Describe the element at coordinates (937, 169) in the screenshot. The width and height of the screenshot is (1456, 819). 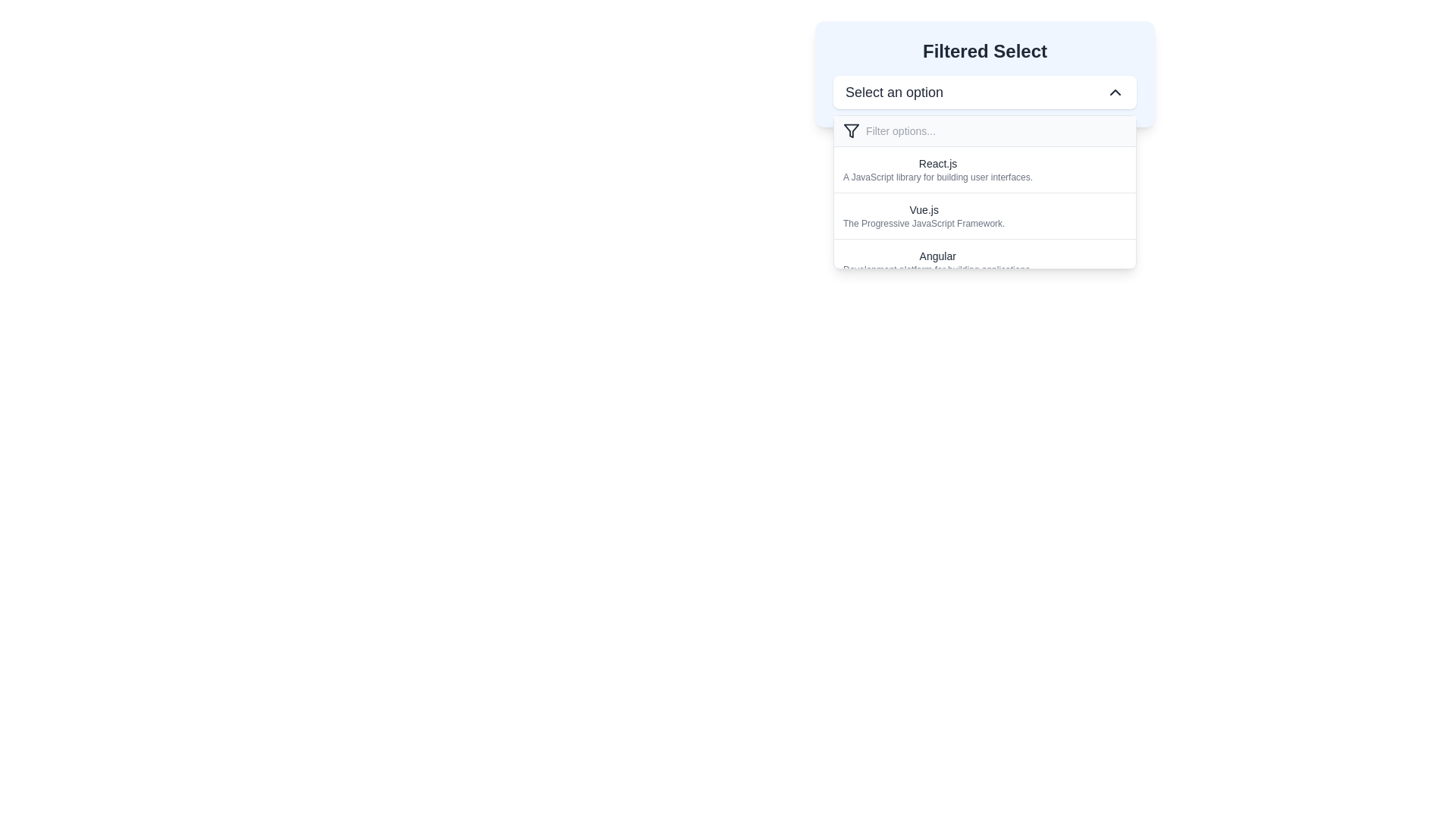
I see `the 'React.js' option in the dropdown menu` at that location.